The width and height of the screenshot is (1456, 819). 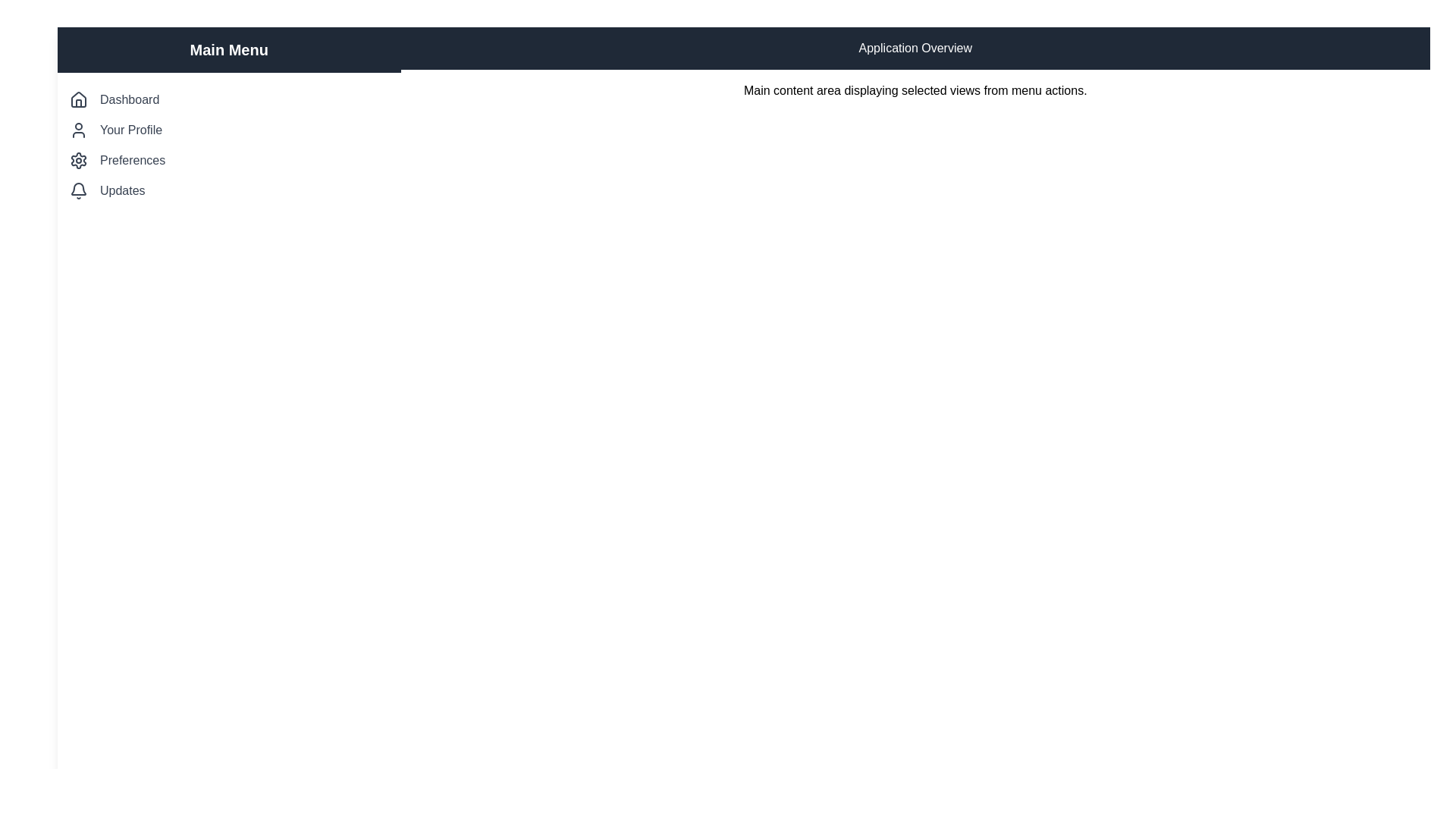 What do you see at coordinates (78, 99) in the screenshot?
I see `the house icon located in the vertical navigation menu to the left of the 'Dashboard' label` at bounding box center [78, 99].